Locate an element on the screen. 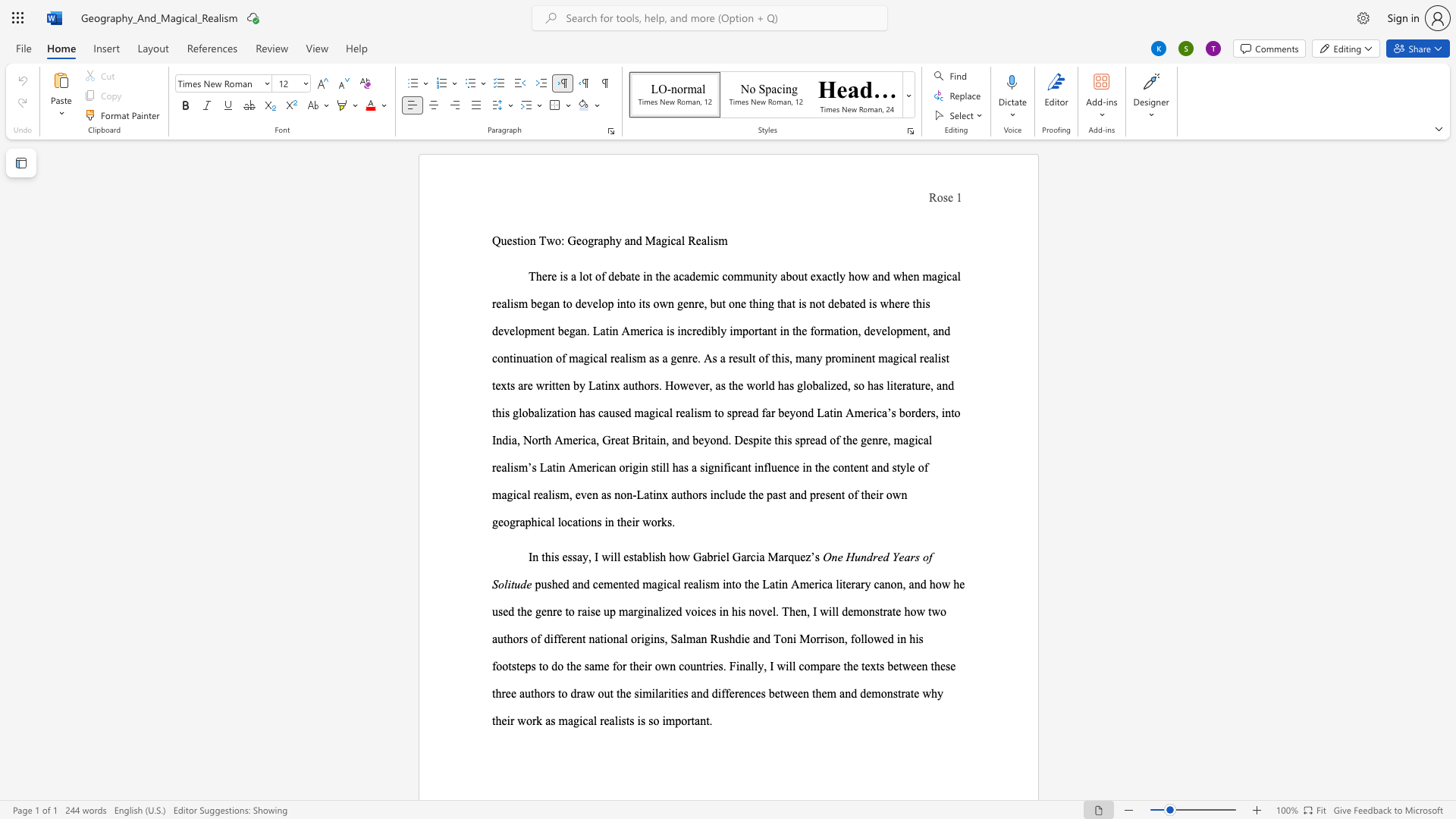  the 2th character "e" in the text is located at coordinates (795, 466).